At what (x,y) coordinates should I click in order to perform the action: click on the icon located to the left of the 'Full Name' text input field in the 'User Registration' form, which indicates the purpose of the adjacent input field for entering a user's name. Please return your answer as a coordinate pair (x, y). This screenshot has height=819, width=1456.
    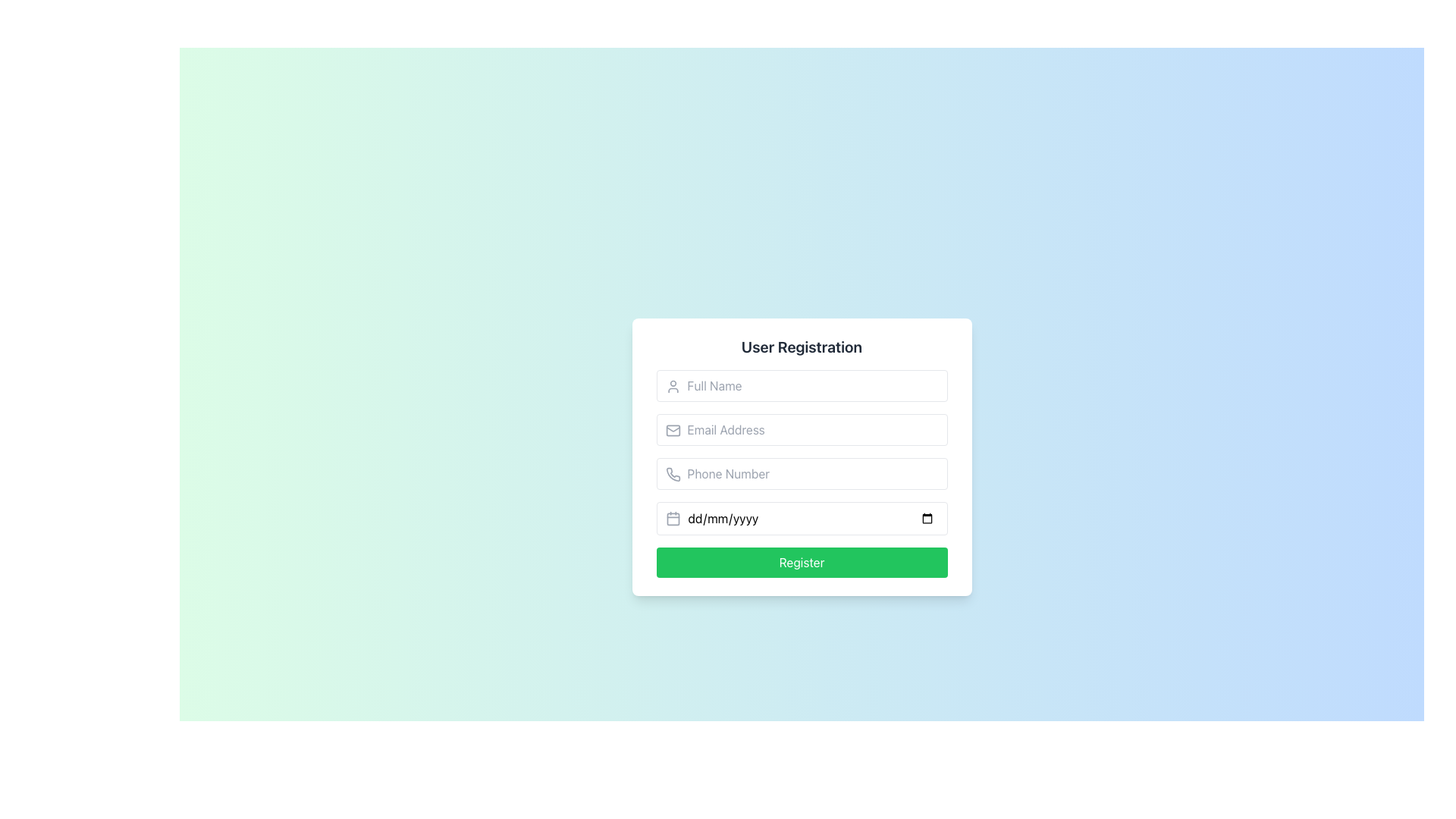
    Looking at the image, I should click on (672, 385).